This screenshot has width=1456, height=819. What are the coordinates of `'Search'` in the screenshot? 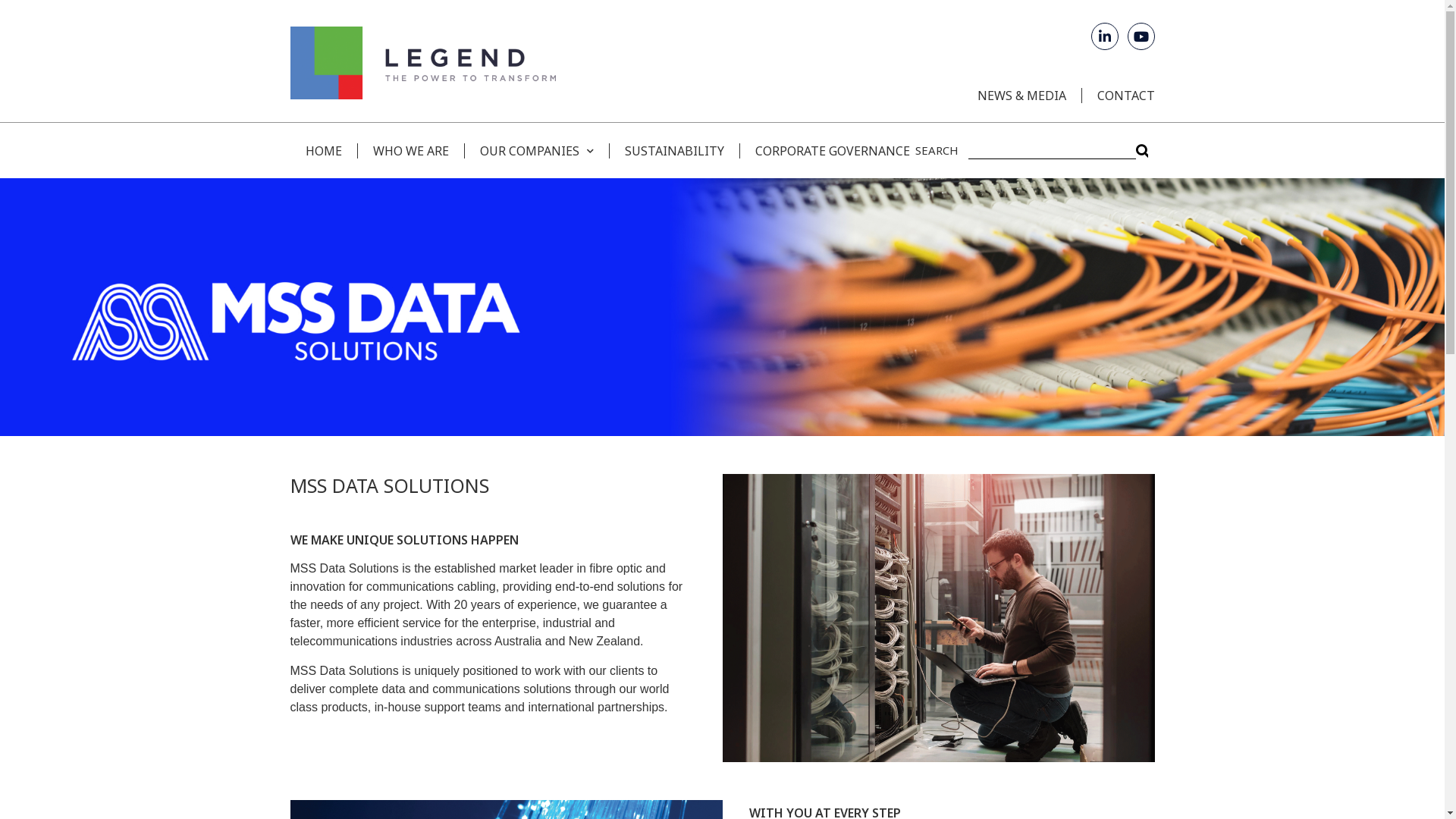 It's located at (1142, 150).